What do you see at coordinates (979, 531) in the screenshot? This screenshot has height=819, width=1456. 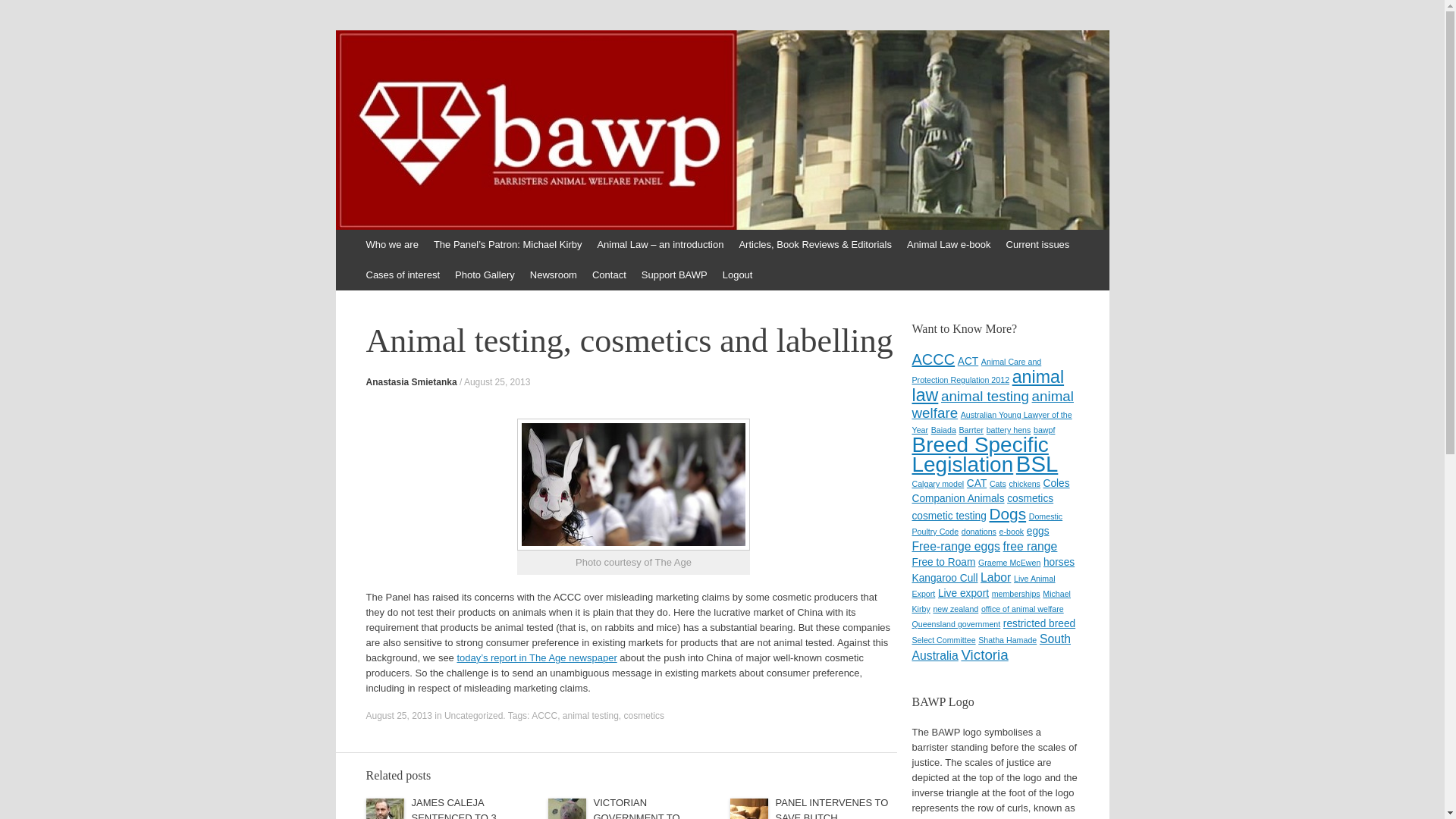 I see `'donations'` at bounding box center [979, 531].